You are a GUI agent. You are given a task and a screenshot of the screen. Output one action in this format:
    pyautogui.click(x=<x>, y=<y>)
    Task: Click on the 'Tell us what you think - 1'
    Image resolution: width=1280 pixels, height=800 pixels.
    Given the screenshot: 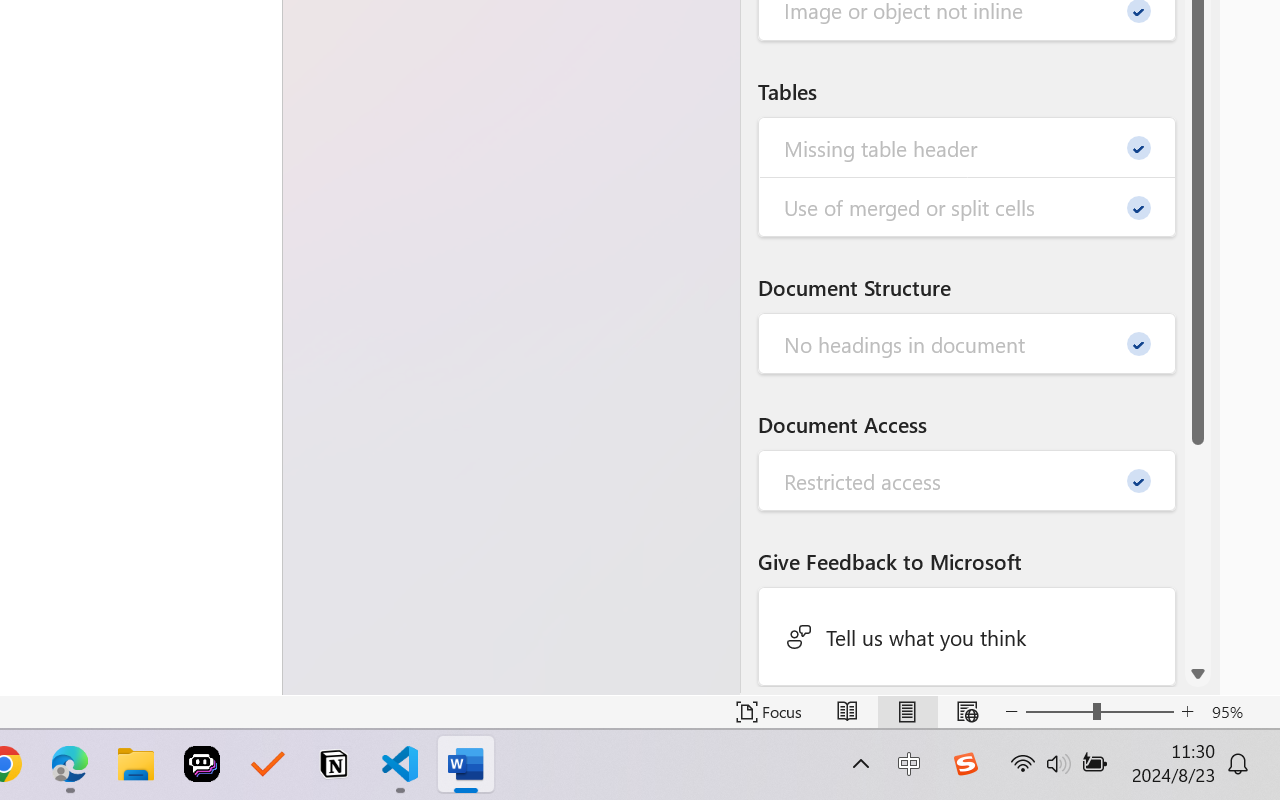 What is the action you would take?
    pyautogui.click(x=967, y=635)
    